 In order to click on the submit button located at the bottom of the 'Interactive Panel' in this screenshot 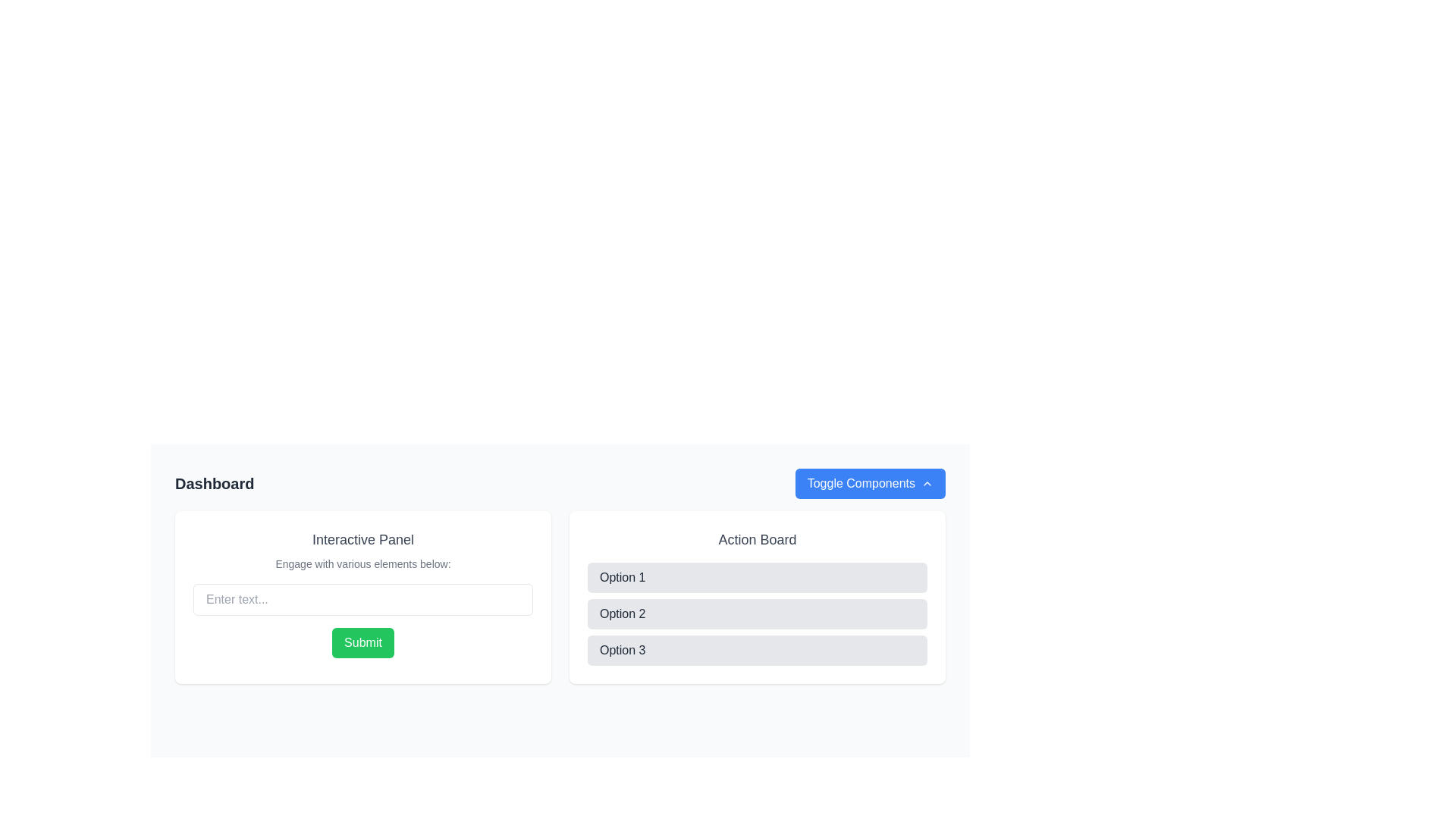, I will do `click(362, 643)`.